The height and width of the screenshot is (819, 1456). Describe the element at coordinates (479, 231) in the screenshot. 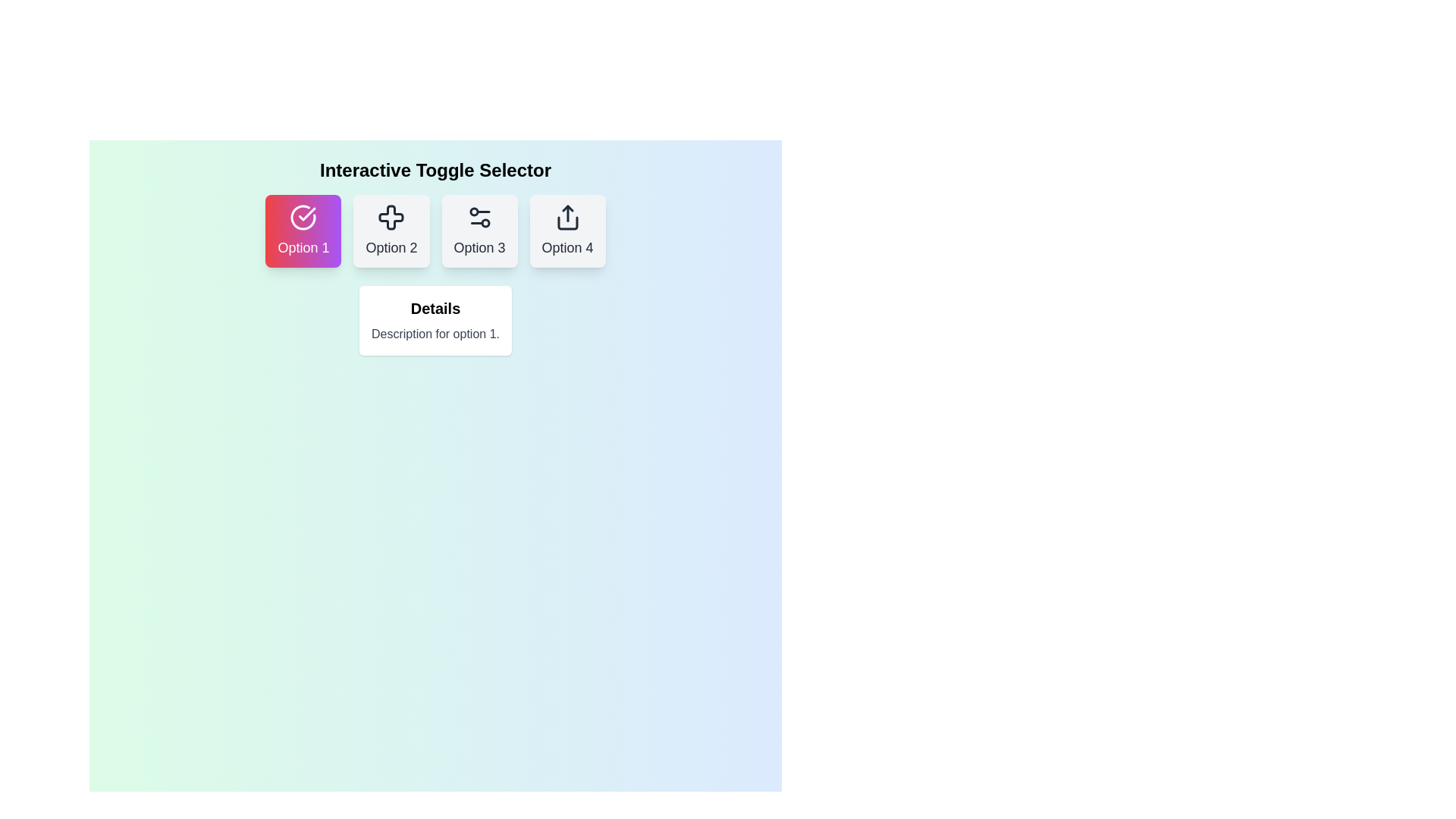

I see `the button corresponding to Option 3 to display its description` at that location.